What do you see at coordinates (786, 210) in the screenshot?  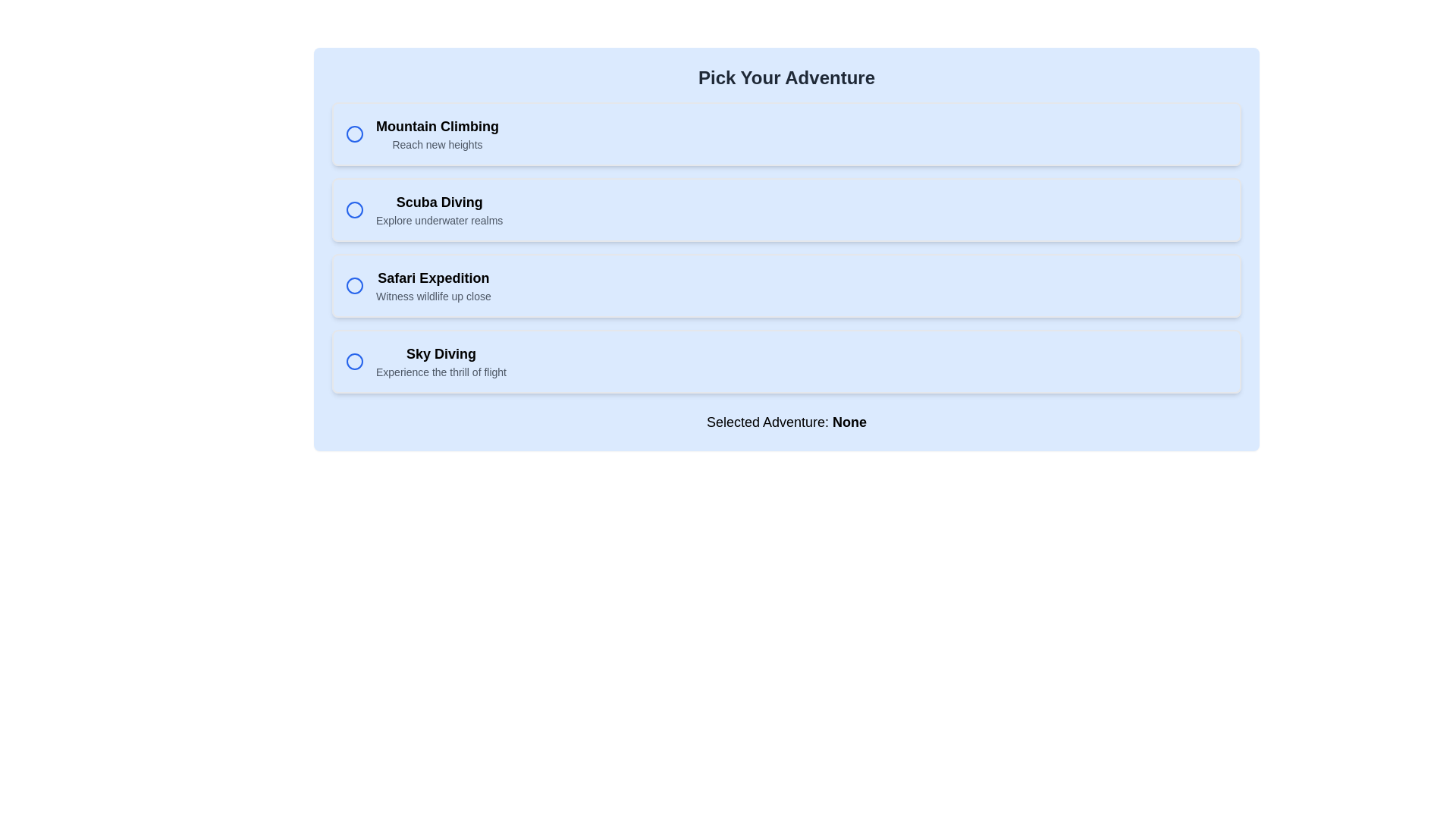 I see `the 'Scuba Diving' radio button option, which is the second entry in the list of selectable activities` at bounding box center [786, 210].